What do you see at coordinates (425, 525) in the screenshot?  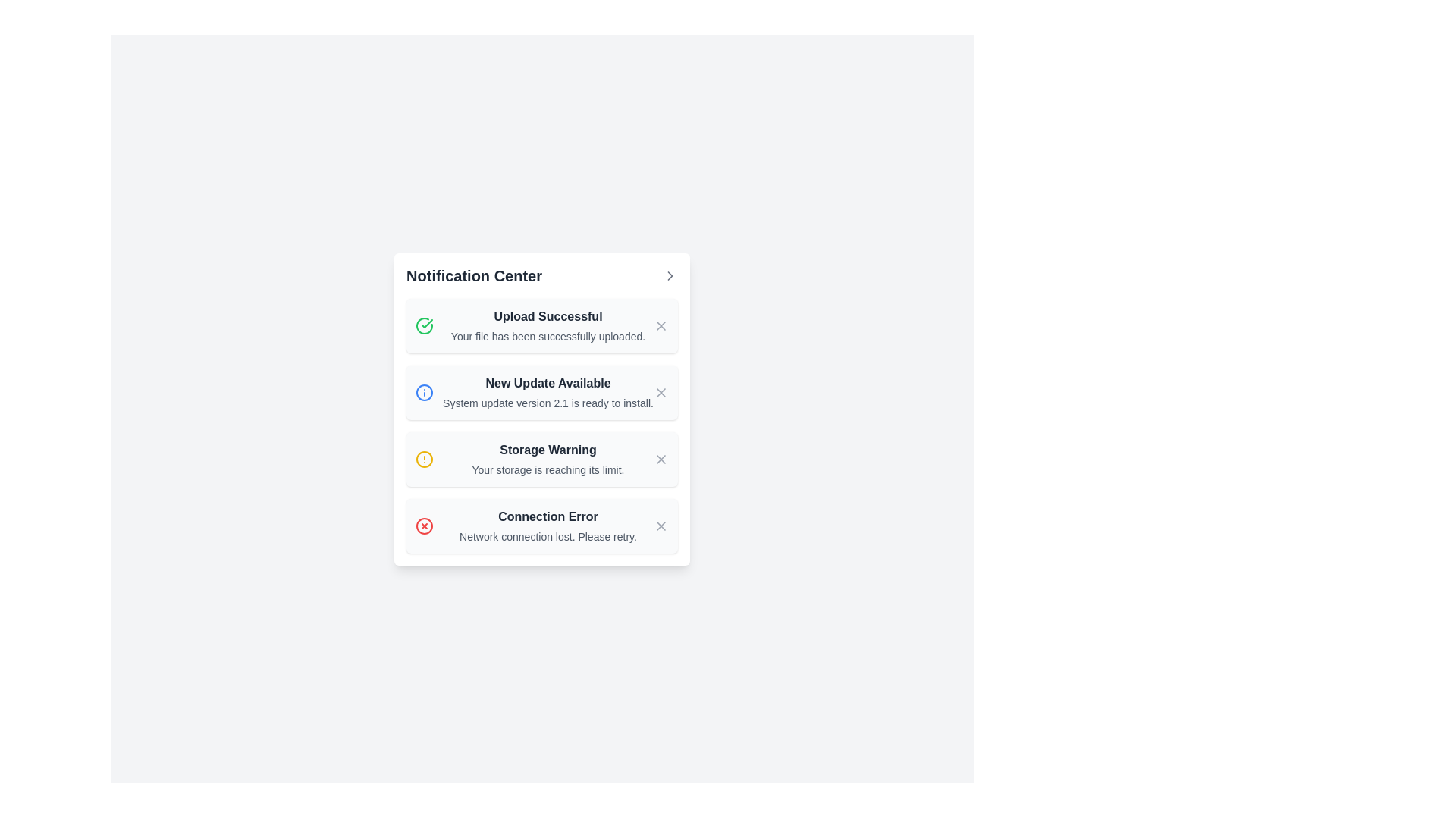 I see `the dismissive action SVG graphic element associated with the 'Connection Error' notification` at bounding box center [425, 525].